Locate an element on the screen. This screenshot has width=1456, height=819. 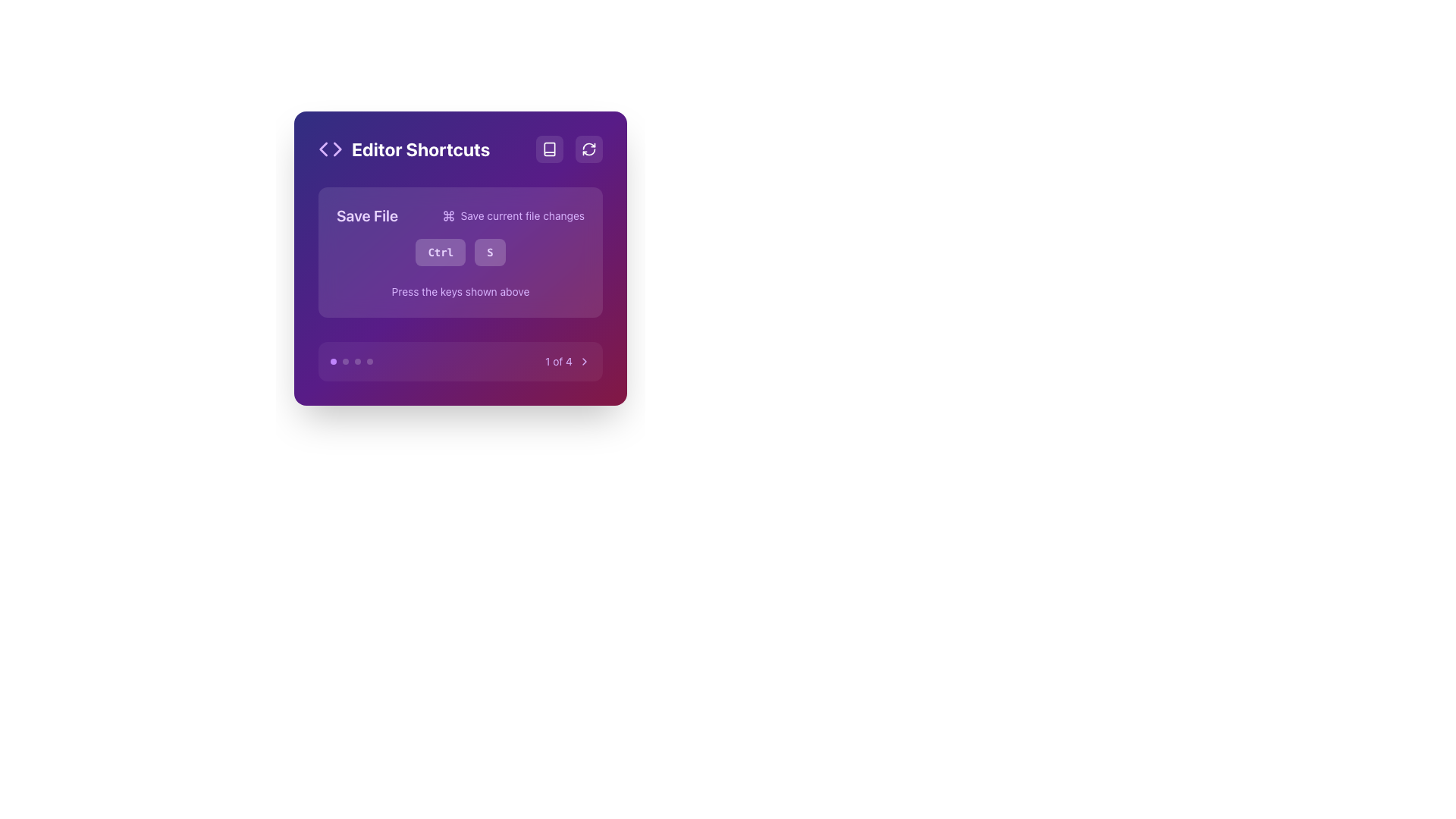
the right-chevron icon on the pager indicator is located at coordinates (567, 362).